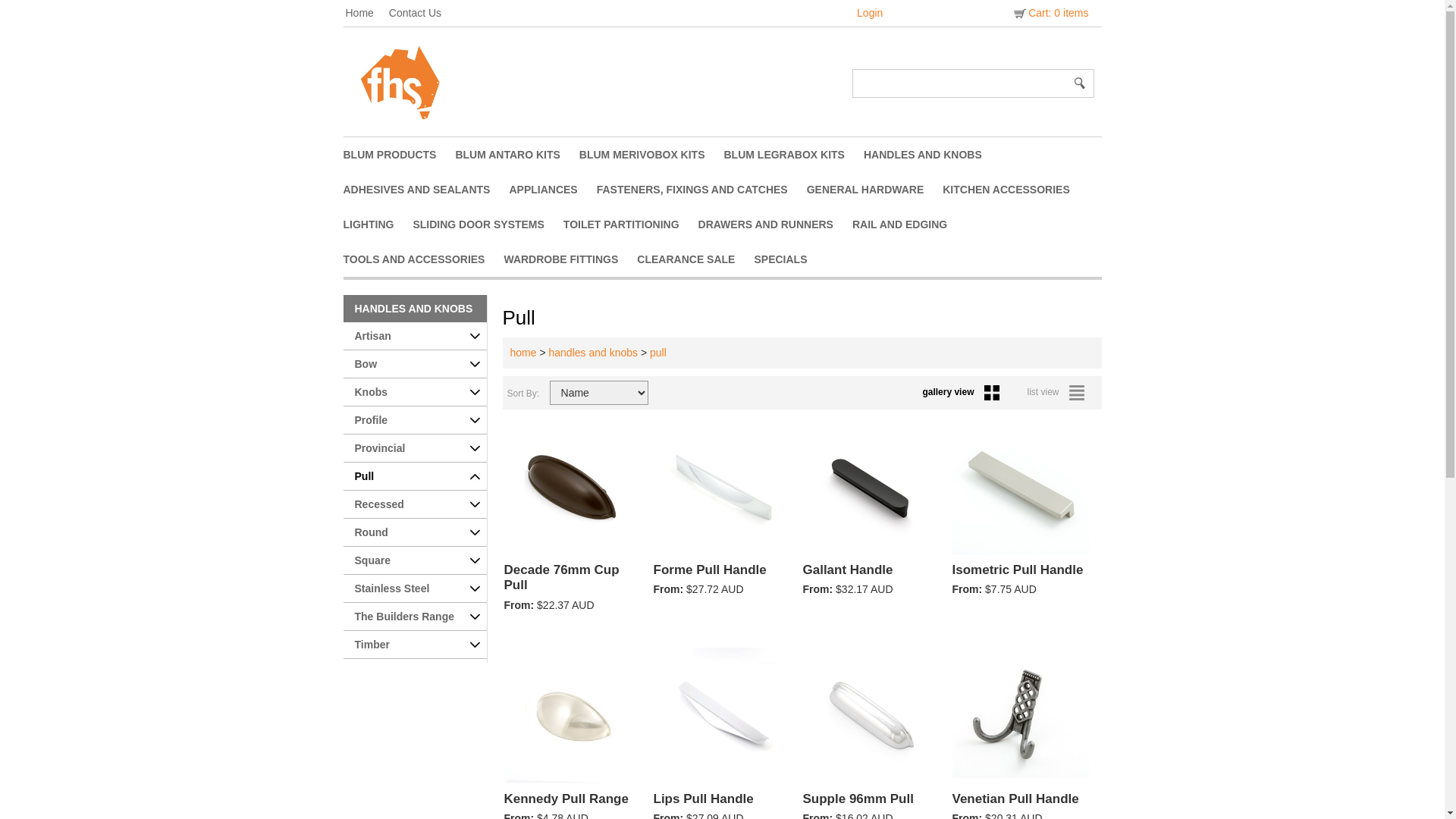 This screenshot has width=1456, height=819. I want to click on 'LIGHTING', so click(378, 224).